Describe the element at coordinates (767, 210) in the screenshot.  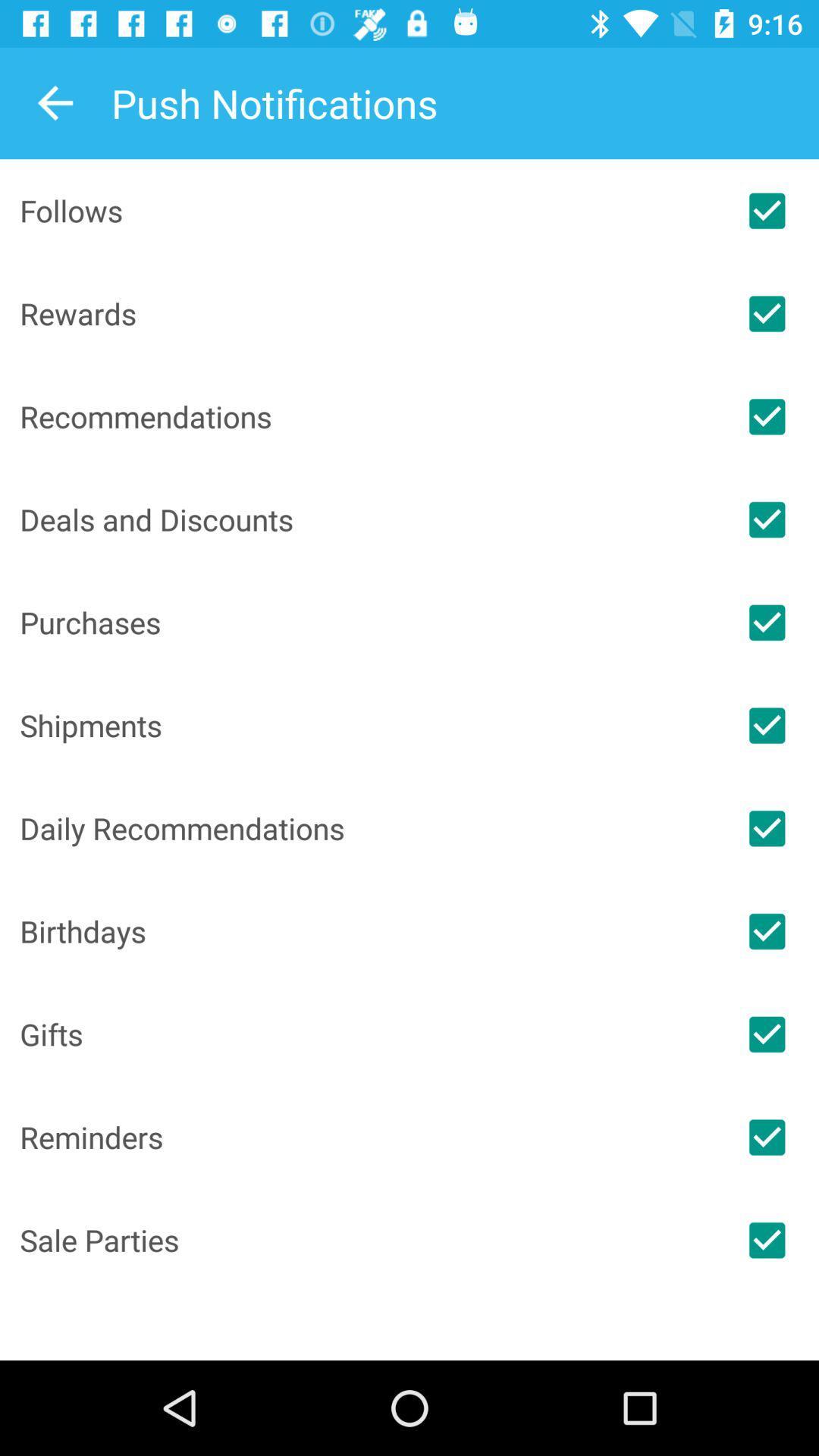
I see `notifications for followers` at that location.